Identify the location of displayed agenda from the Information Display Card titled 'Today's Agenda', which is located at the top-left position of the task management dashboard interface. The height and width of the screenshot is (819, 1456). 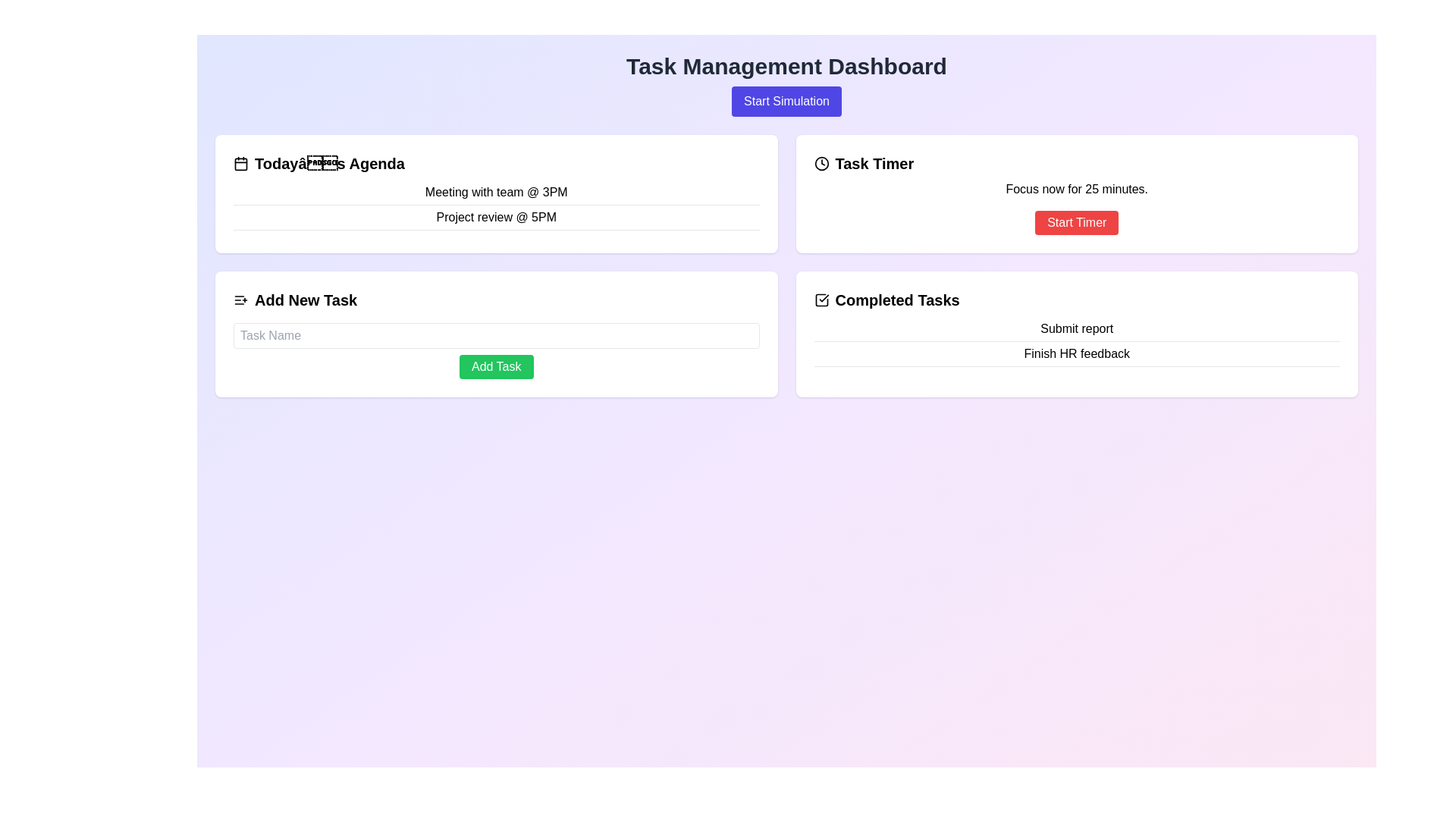
(496, 193).